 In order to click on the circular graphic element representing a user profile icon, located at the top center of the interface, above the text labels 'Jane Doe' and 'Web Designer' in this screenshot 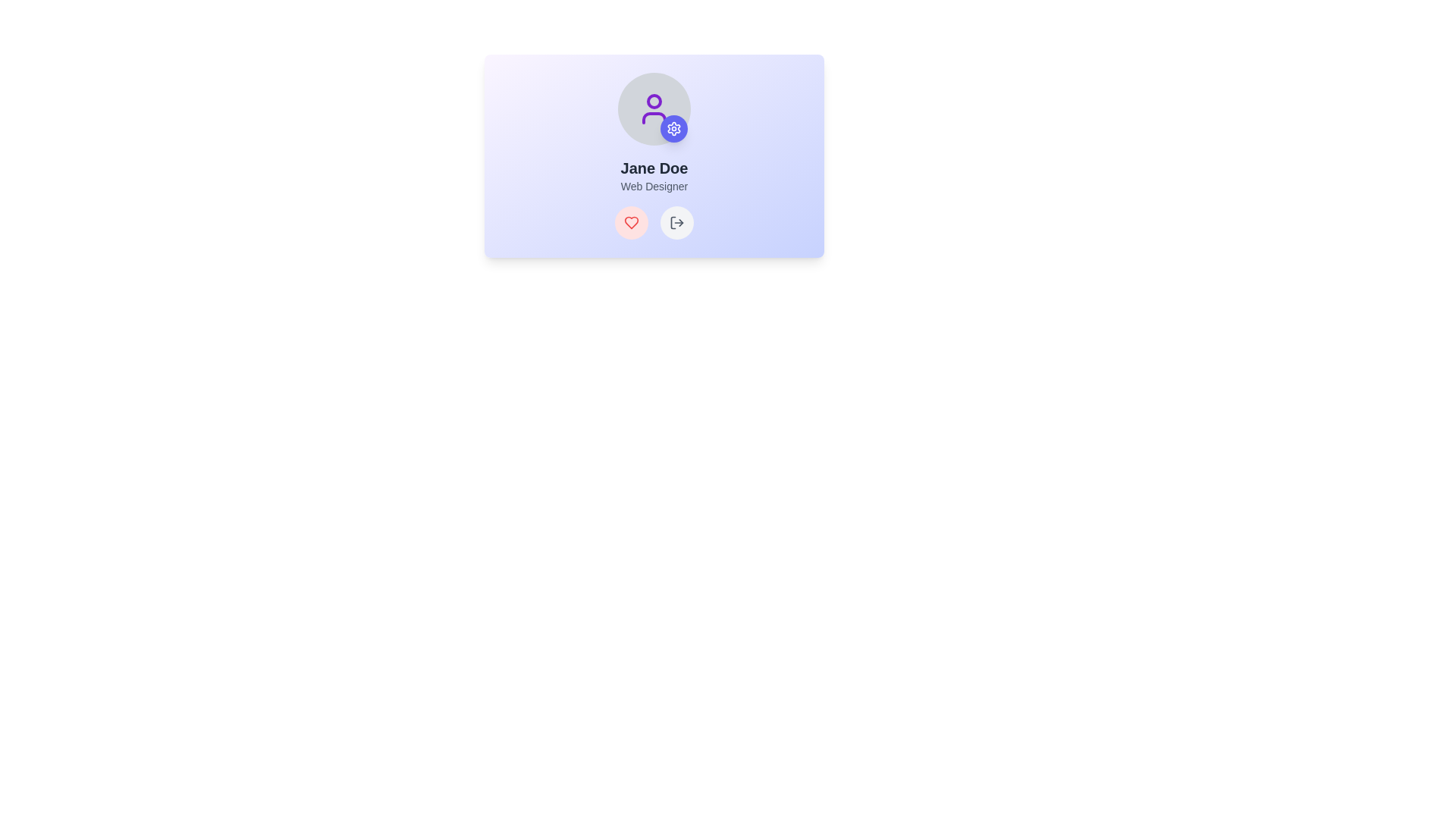, I will do `click(654, 102)`.